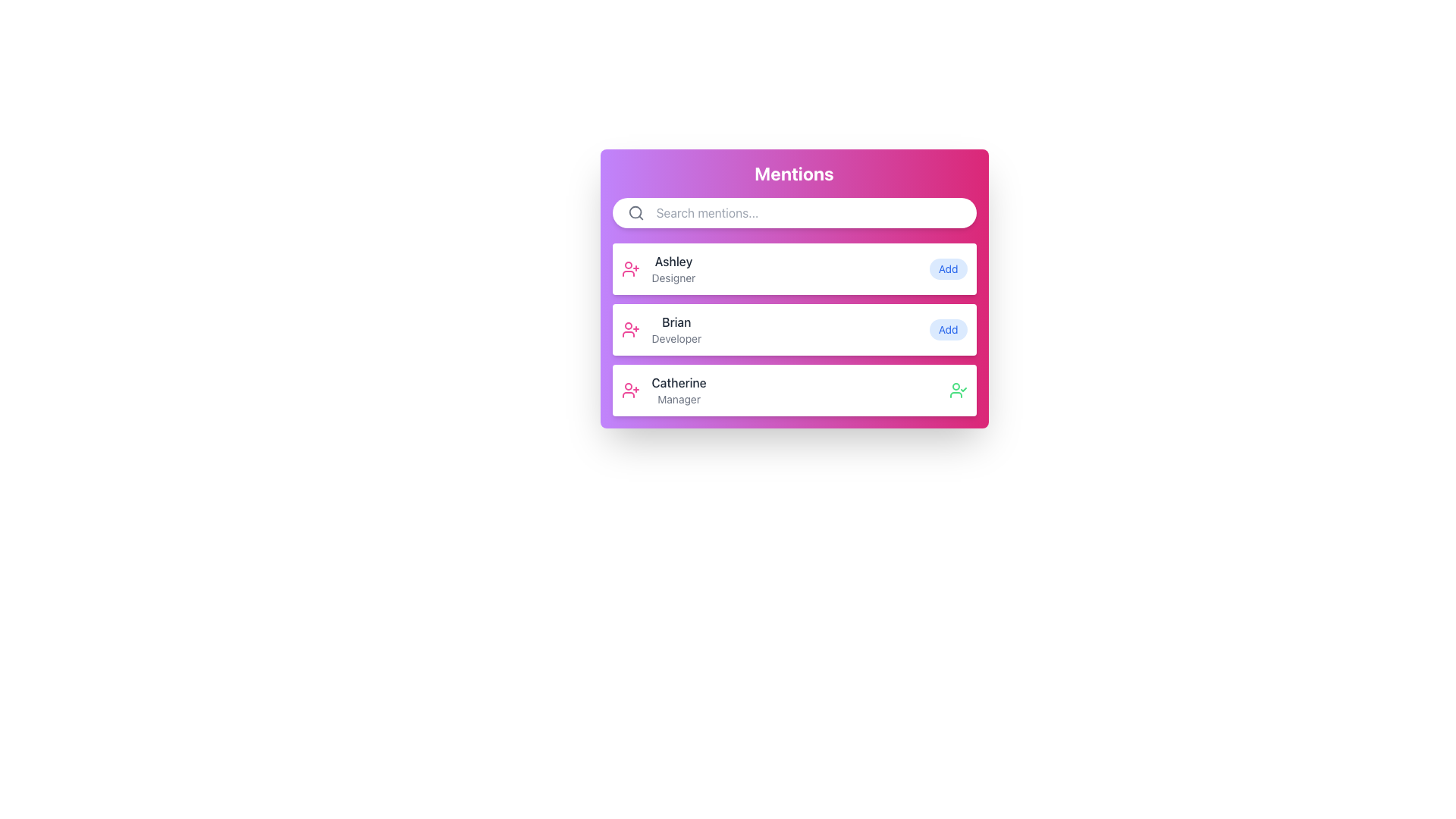  I want to click on the text label displaying the name 'Ashley', so click(673, 260).